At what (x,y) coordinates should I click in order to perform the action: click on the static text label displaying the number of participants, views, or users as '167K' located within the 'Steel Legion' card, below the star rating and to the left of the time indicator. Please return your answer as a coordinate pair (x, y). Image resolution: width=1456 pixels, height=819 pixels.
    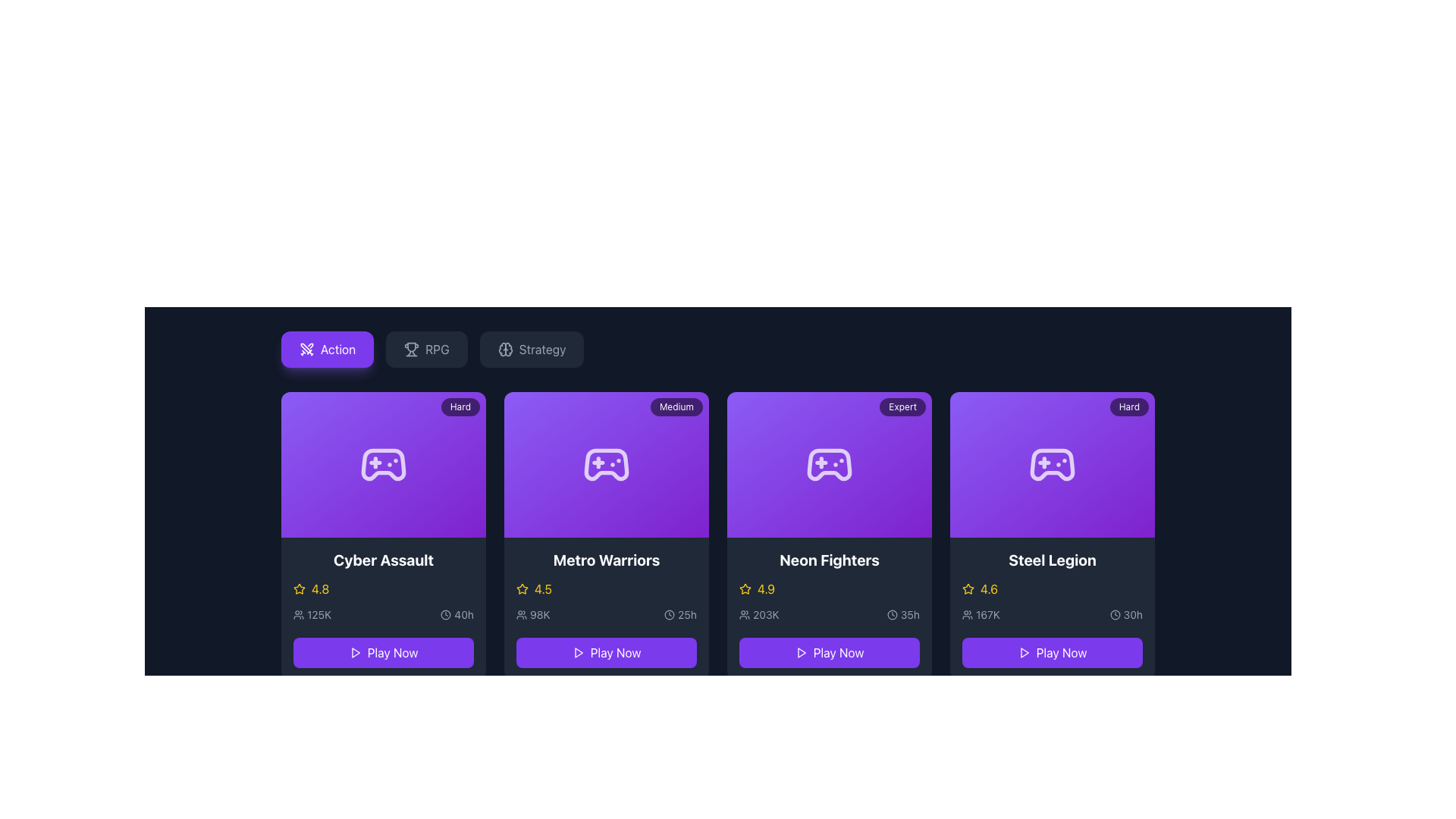
    Looking at the image, I should click on (987, 614).